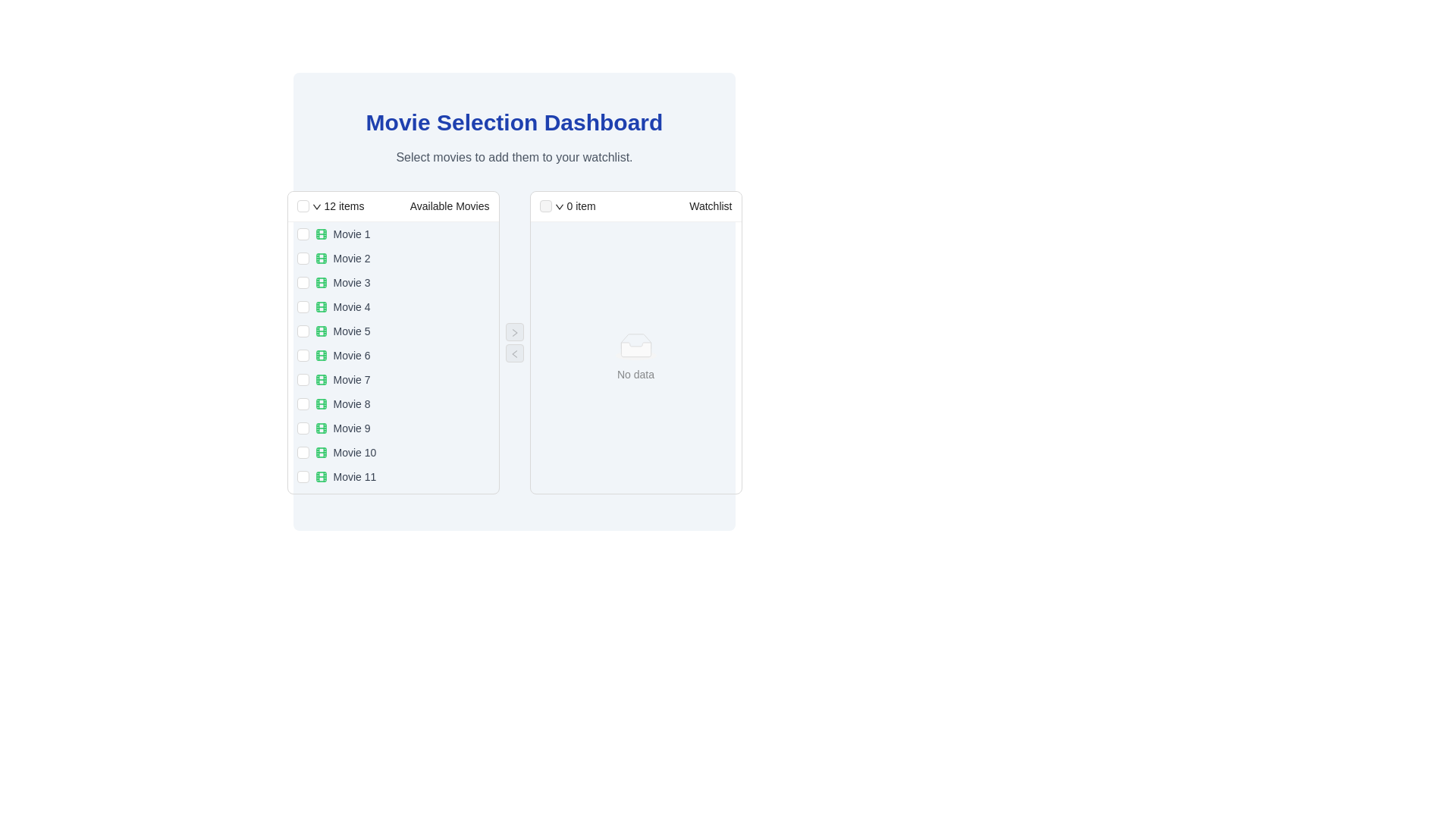 The image size is (1456, 819). I want to click on the heading 'Movie Selection Dashboard', which is a large, bold, blue text prominently displayed at the top center of the interface, above the subtitle, so click(514, 122).